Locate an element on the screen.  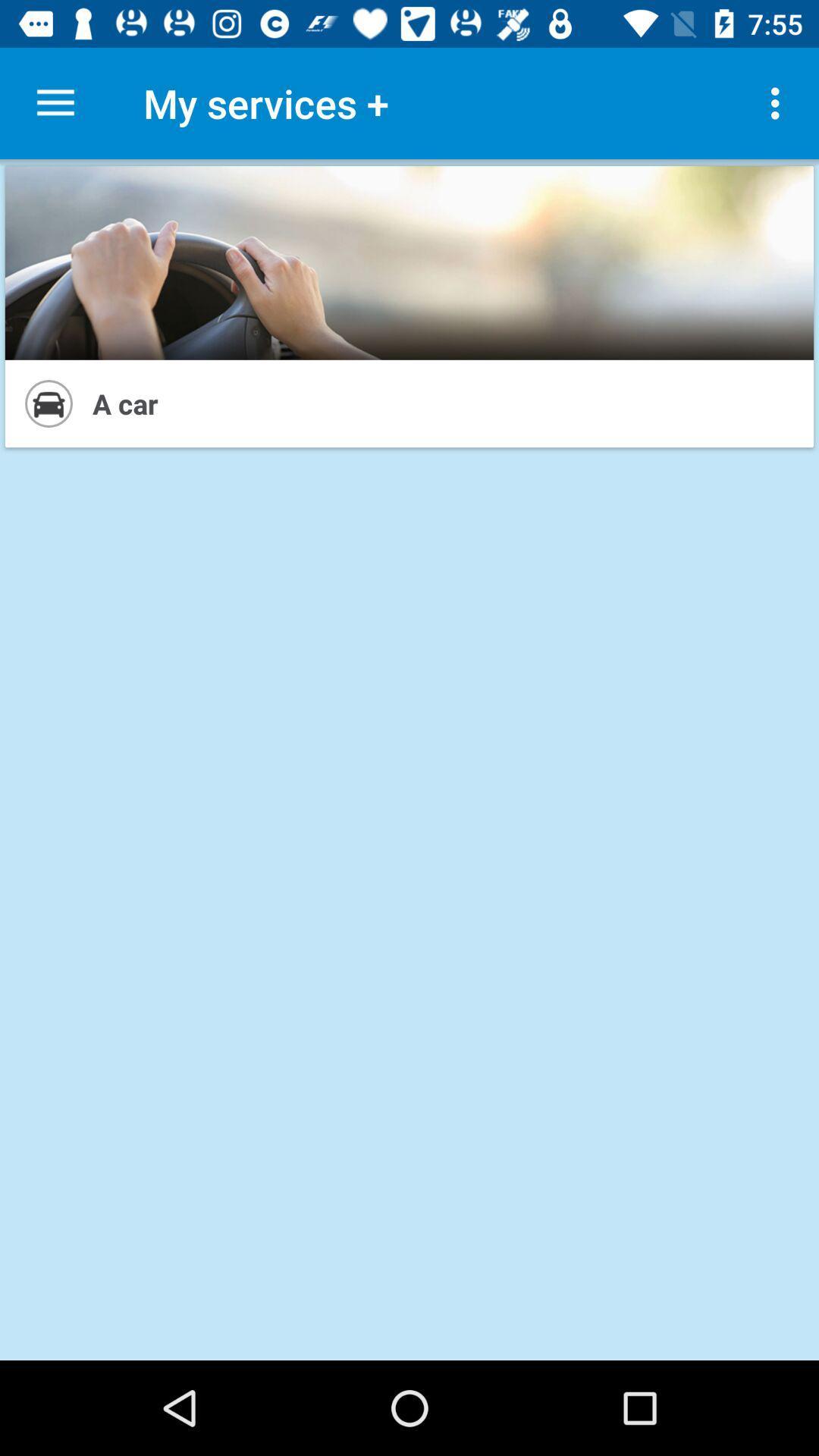
item next to my services + item is located at coordinates (779, 102).